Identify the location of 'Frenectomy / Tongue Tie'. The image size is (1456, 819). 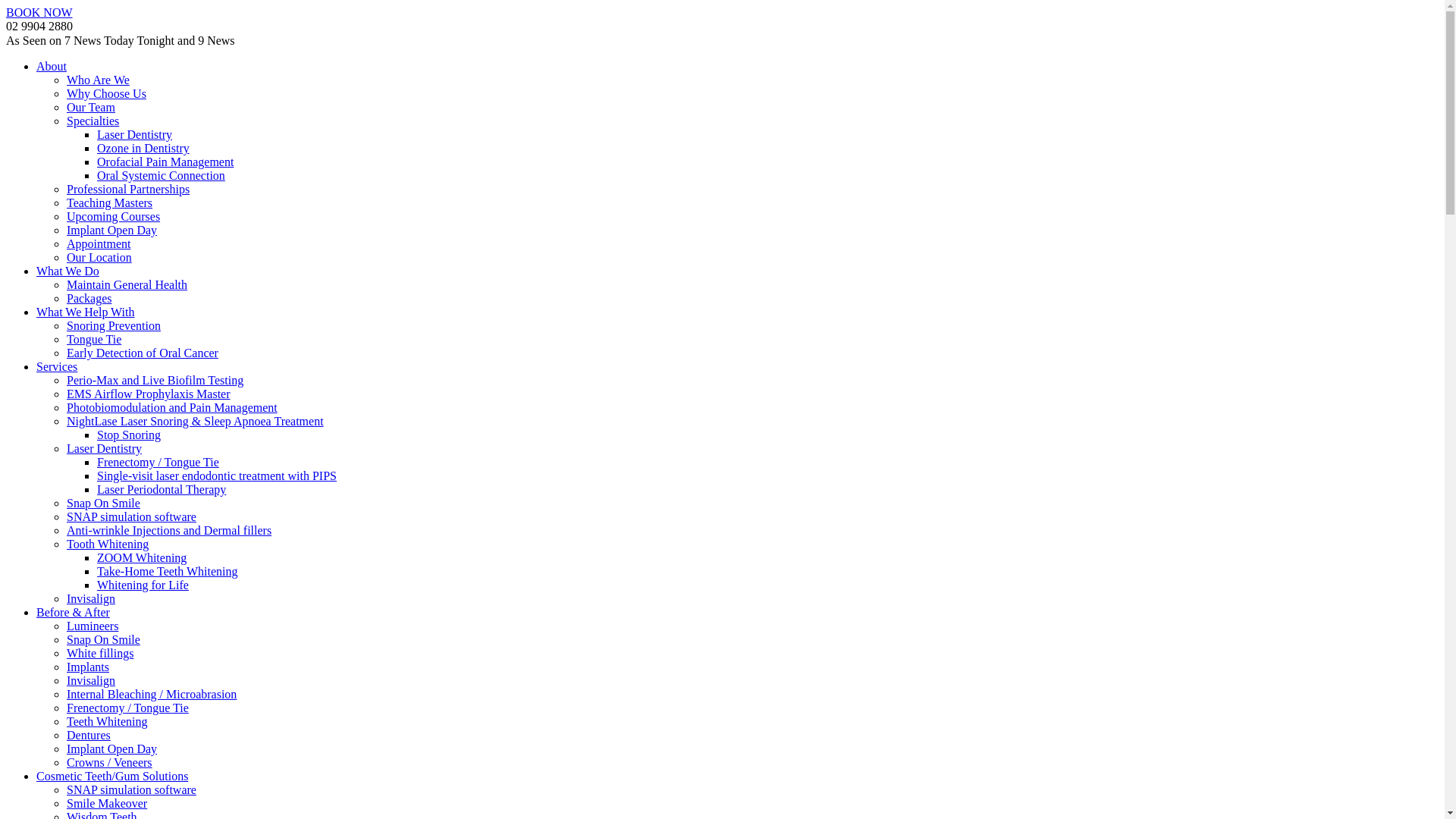
(158, 461).